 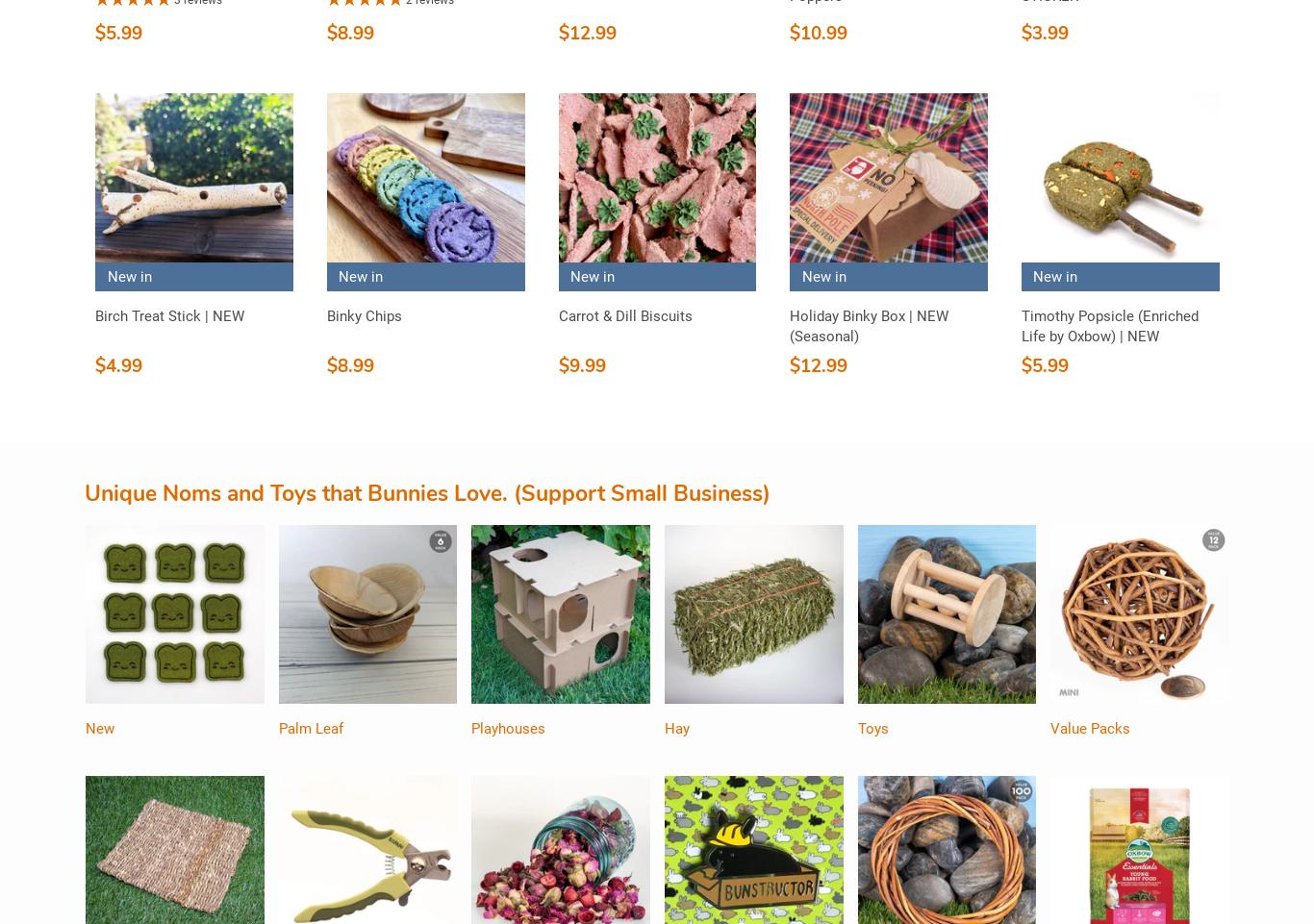 What do you see at coordinates (99, 728) in the screenshot?
I see `'New'` at bounding box center [99, 728].